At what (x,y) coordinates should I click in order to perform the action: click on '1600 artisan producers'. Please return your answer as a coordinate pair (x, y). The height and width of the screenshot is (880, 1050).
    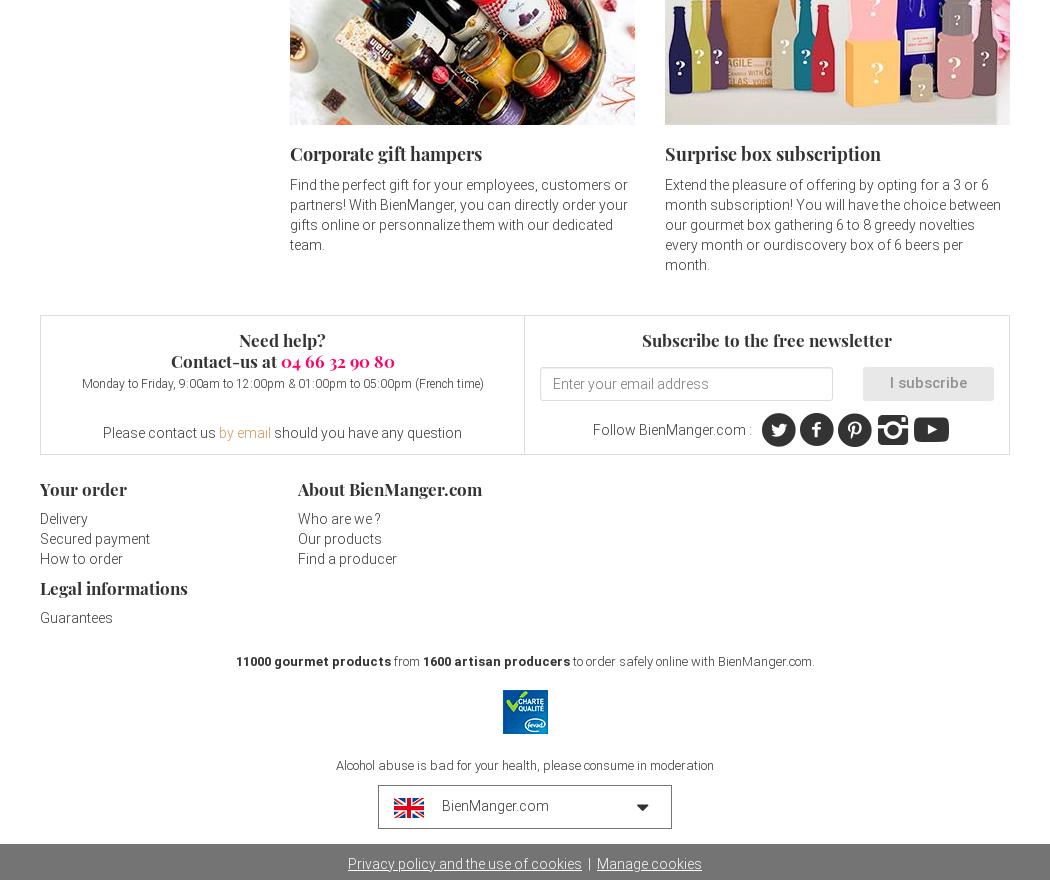
    Looking at the image, I should click on (494, 660).